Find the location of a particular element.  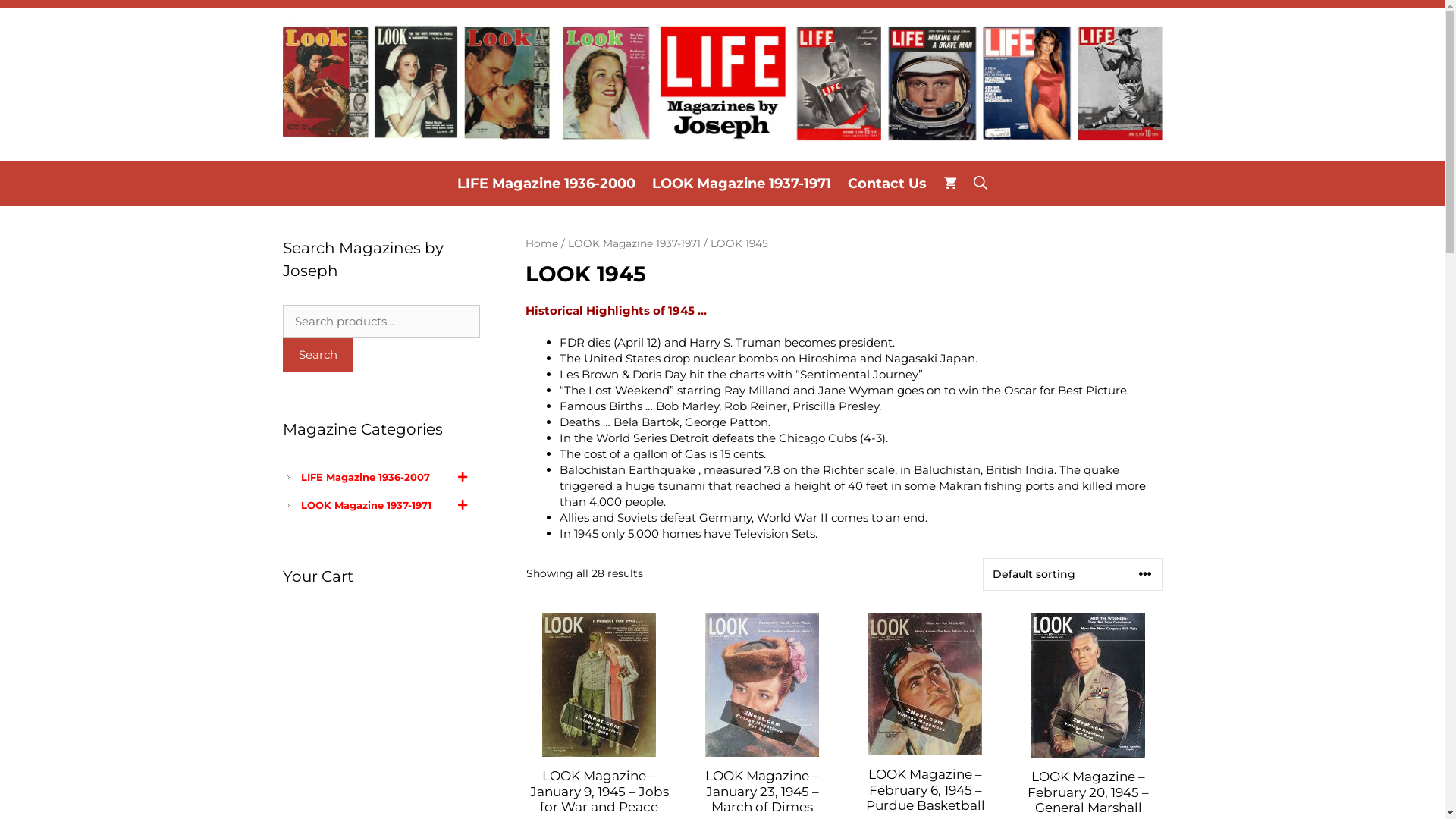

'Contact Us' is located at coordinates (839, 183).